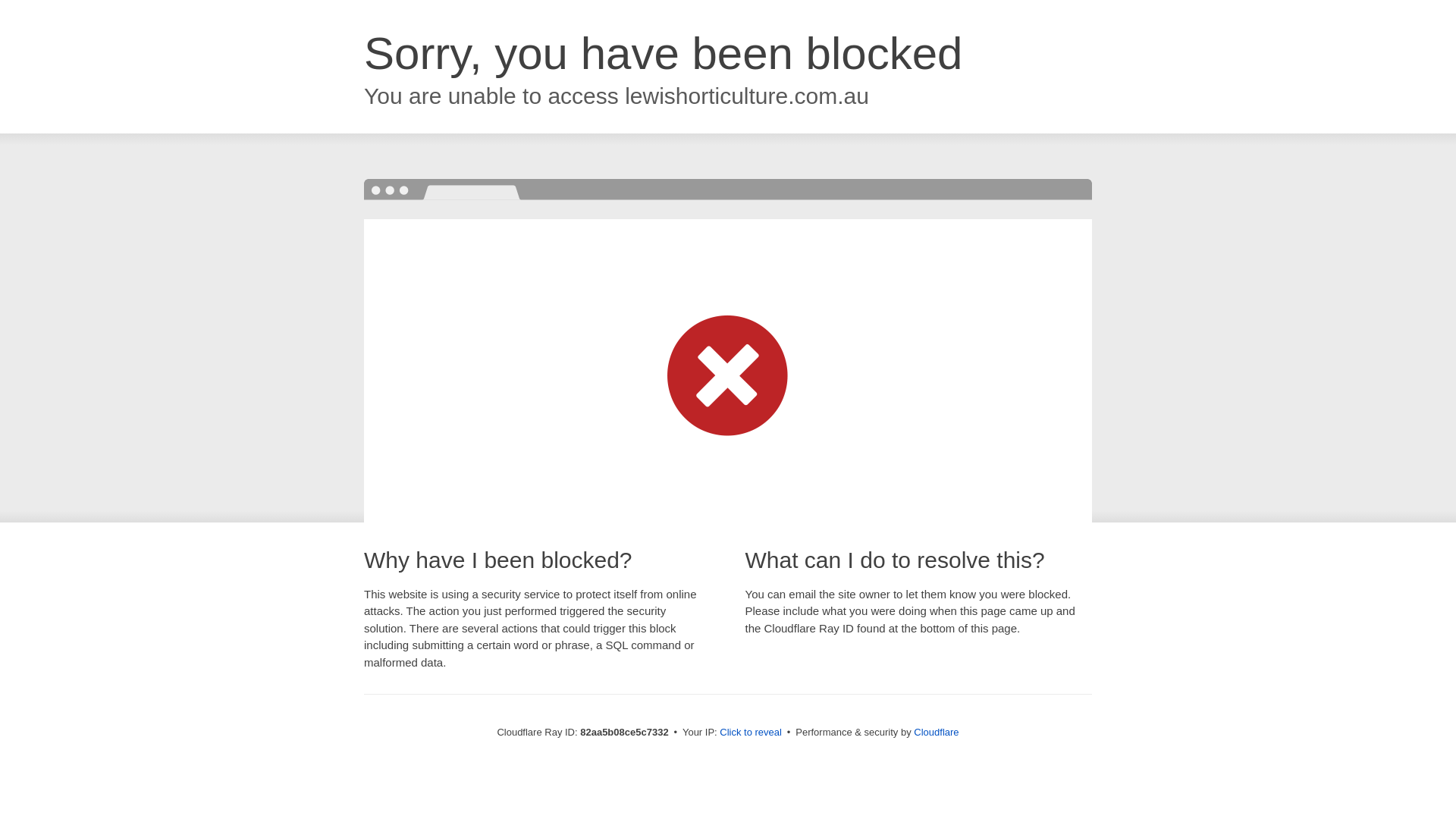 The height and width of the screenshot is (819, 1456). I want to click on 'Cloudflare', so click(935, 731).